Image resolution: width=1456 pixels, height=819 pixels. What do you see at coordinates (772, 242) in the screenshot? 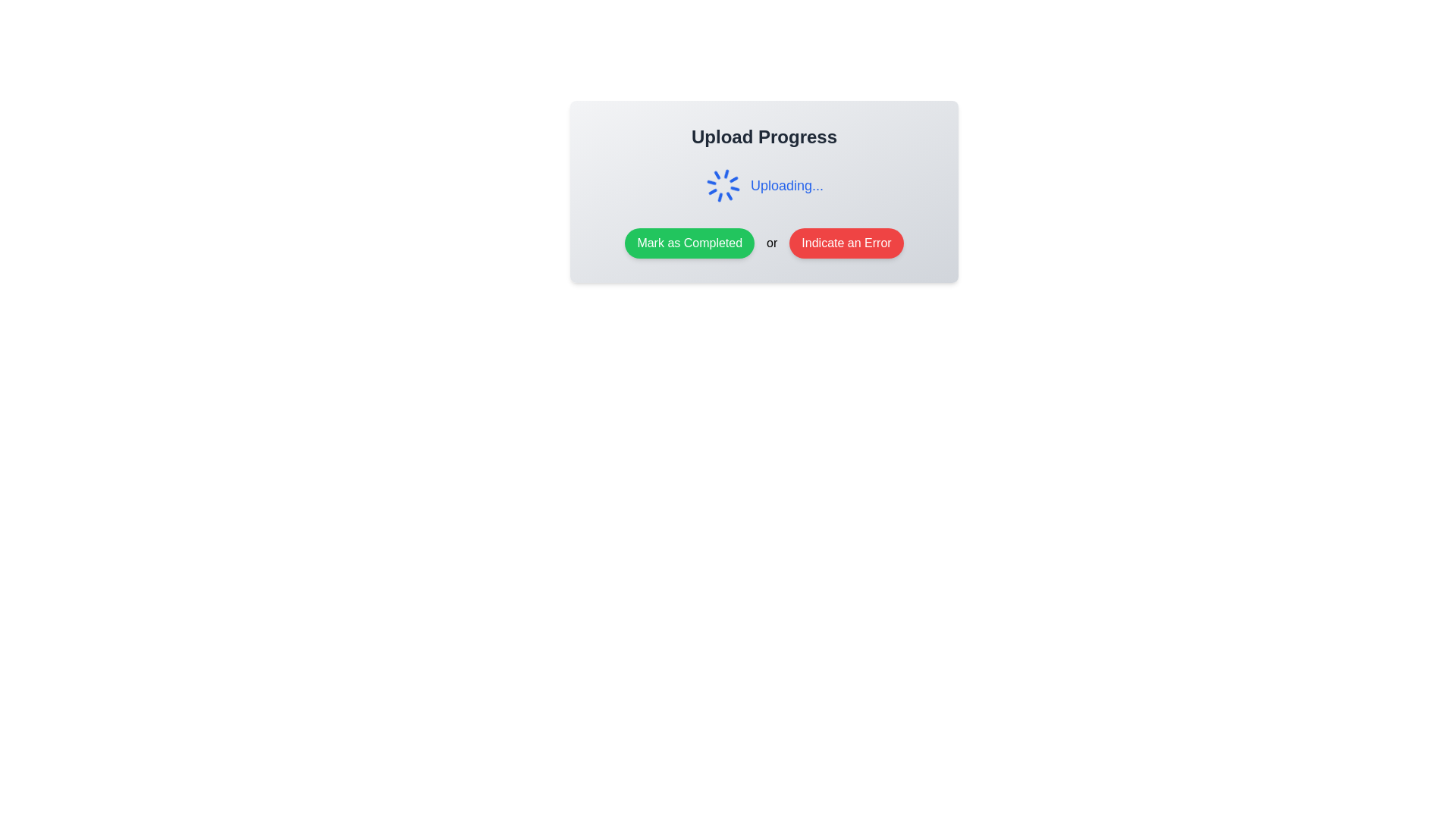
I see `the text label displaying 'or' in lowercase, which acts as a separator between the 'Mark as Completed' and 'Indicate an Error' buttons, located centrally beneath the 'Upload Progress' header` at bounding box center [772, 242].